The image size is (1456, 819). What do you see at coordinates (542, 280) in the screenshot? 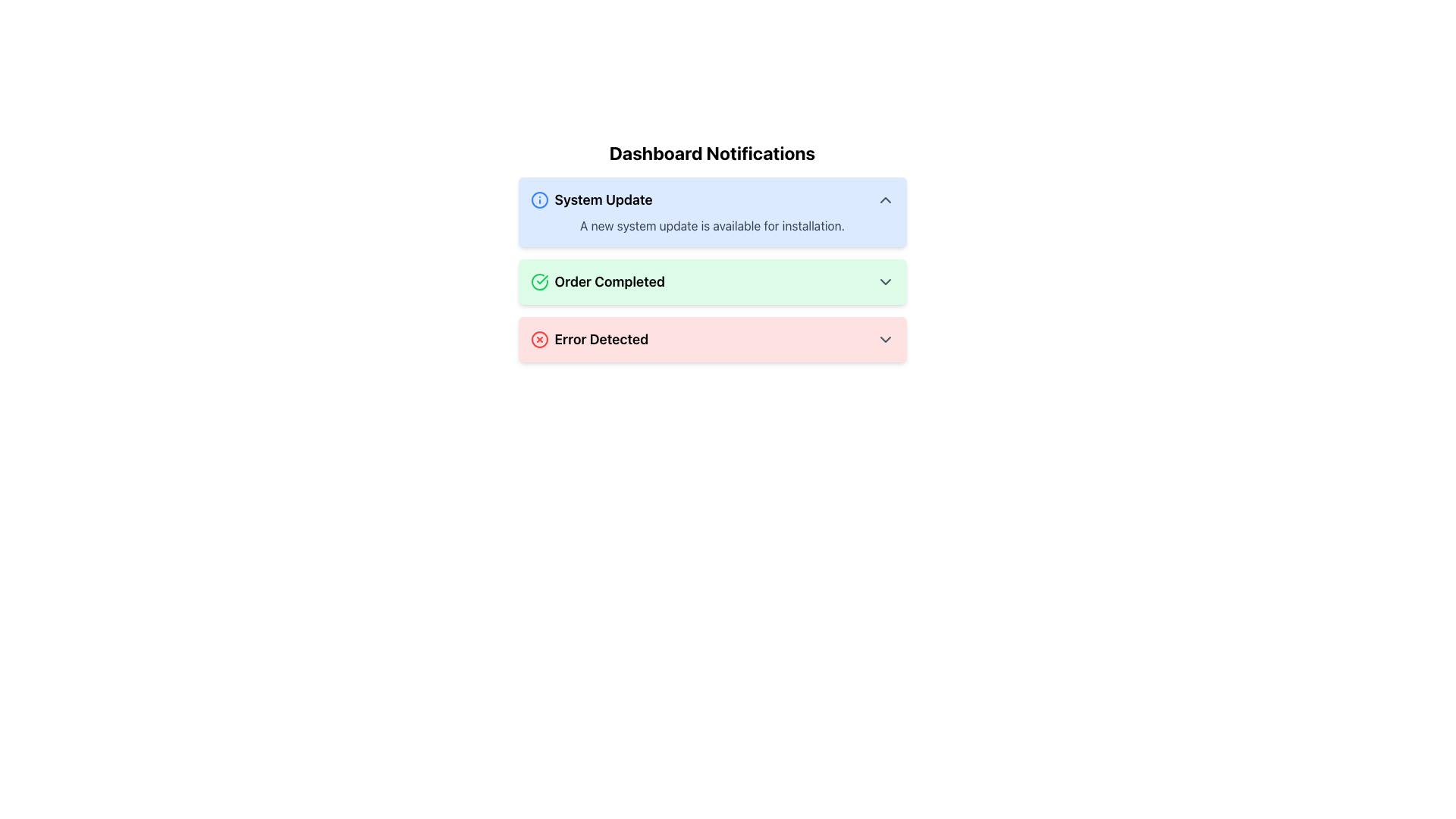
I see `the SVG icon indicating successful task completion located in the second notification card labeled 'Order Completed', which is centrally positioned in the green-tinted area to the left of the text` at bounding box center [542, 280].